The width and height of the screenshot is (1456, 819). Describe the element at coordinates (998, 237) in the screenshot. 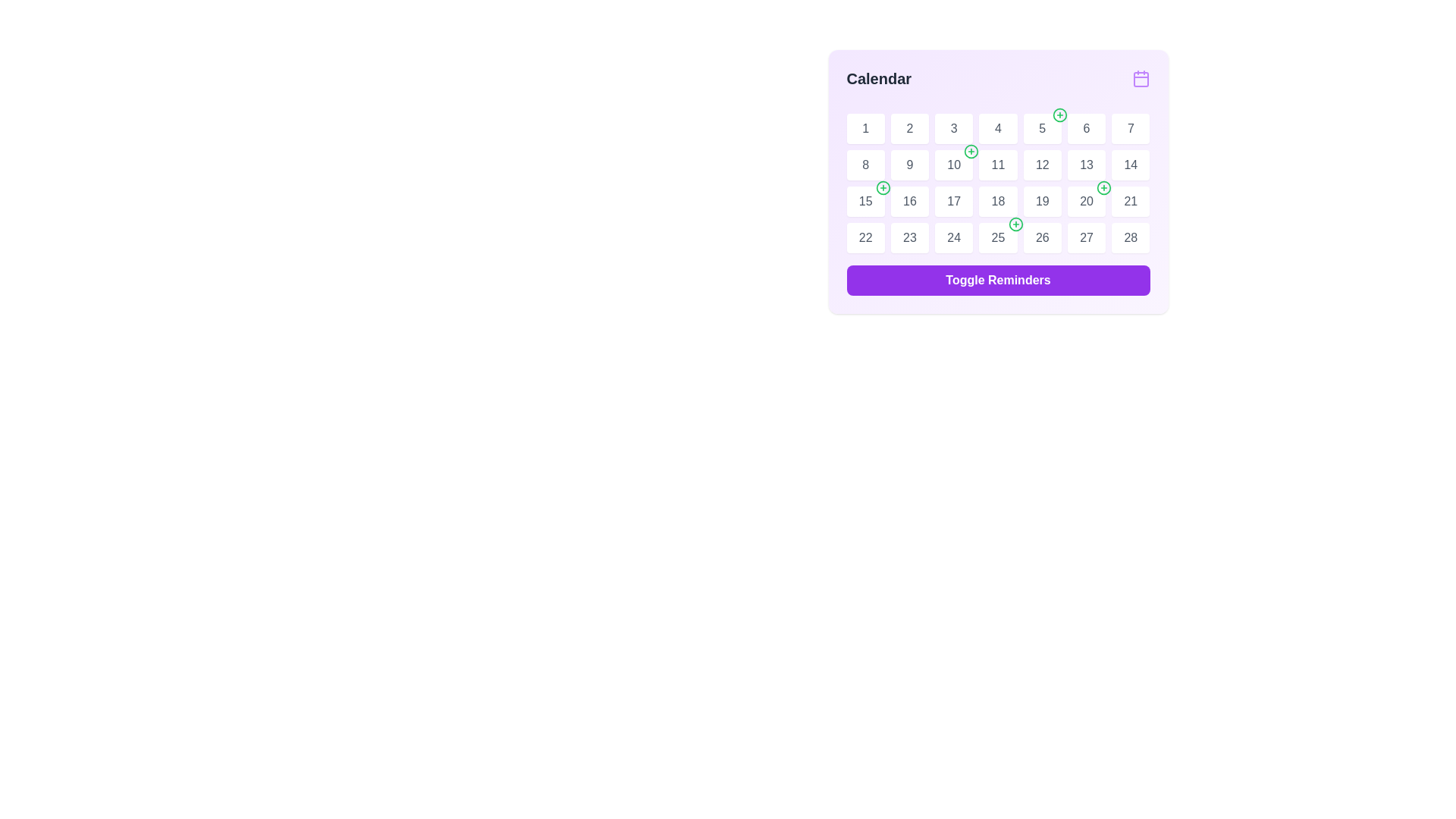

I see `the text label representing the 25th day in the calendar interface, located in the second row and seventh column of the calendar grid` at that location.